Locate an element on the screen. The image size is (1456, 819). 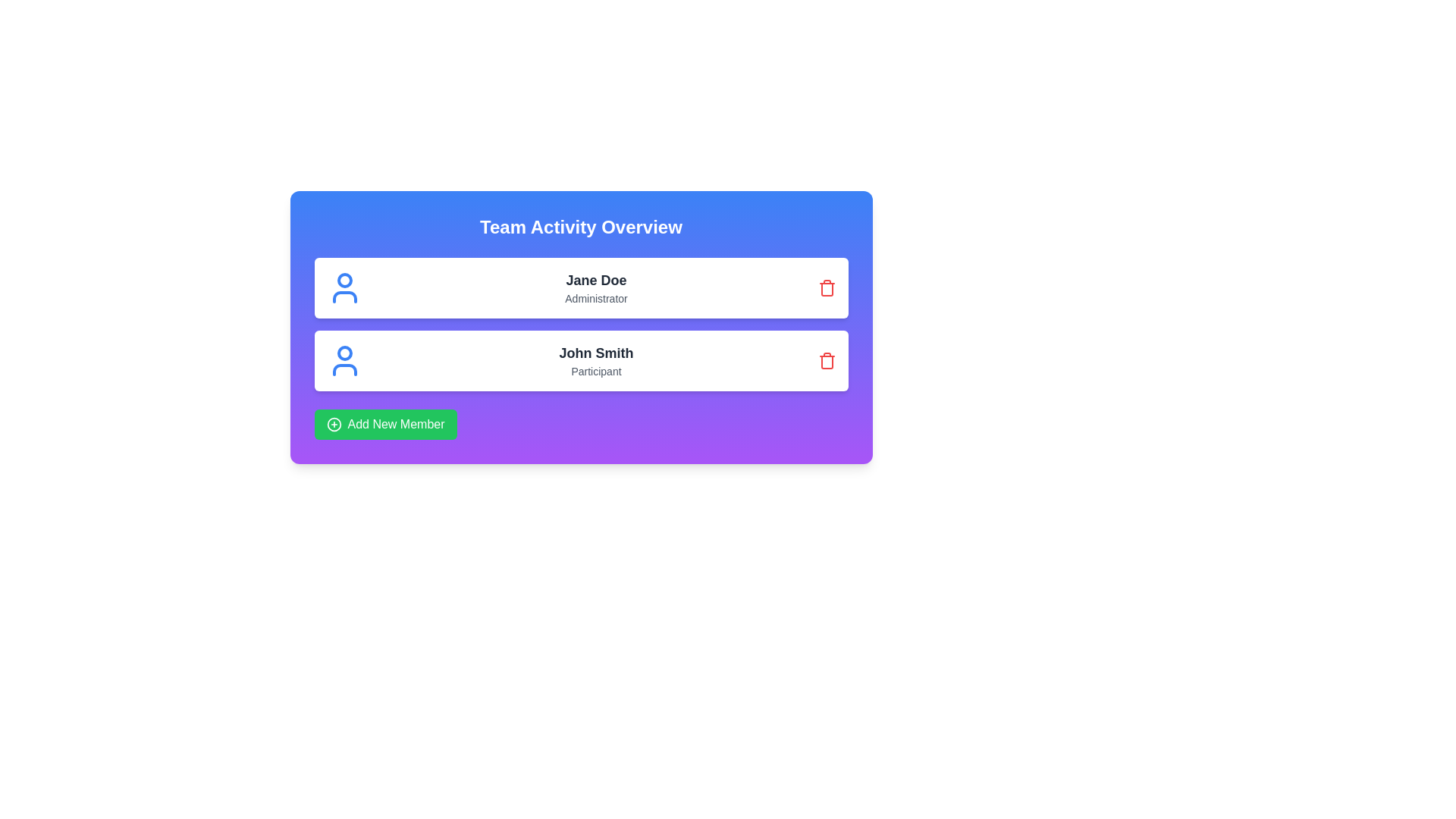
text displayed in the Text Label that serves as the display name for an individual, located above the label 'Administrator' in the first card of the 'Team Activity Overview.' is located at coordinates (595, 281).